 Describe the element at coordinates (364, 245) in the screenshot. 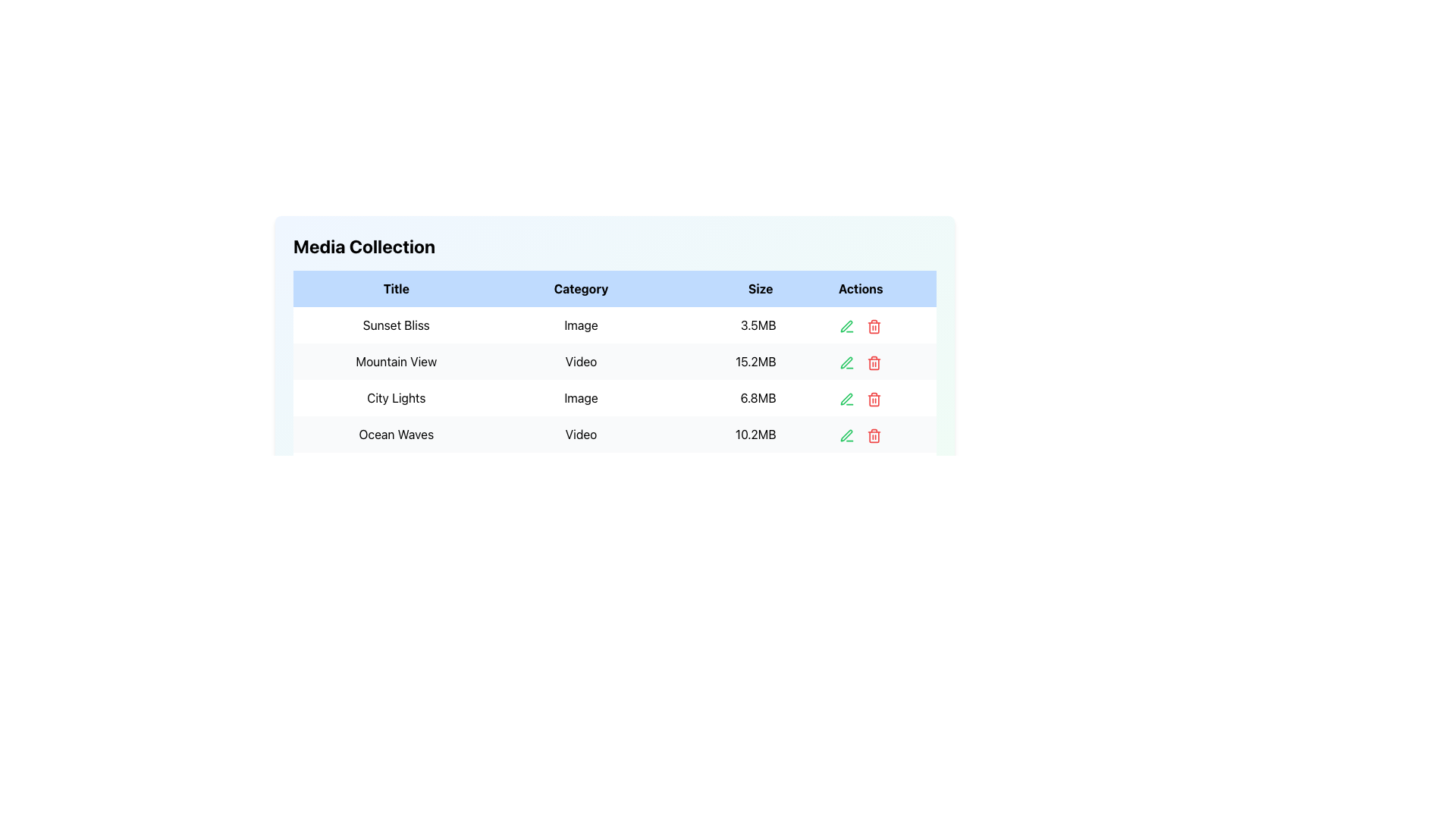

I see `the text label that serves as the title for the media collection section, positioned above the adjacent table` at that location.